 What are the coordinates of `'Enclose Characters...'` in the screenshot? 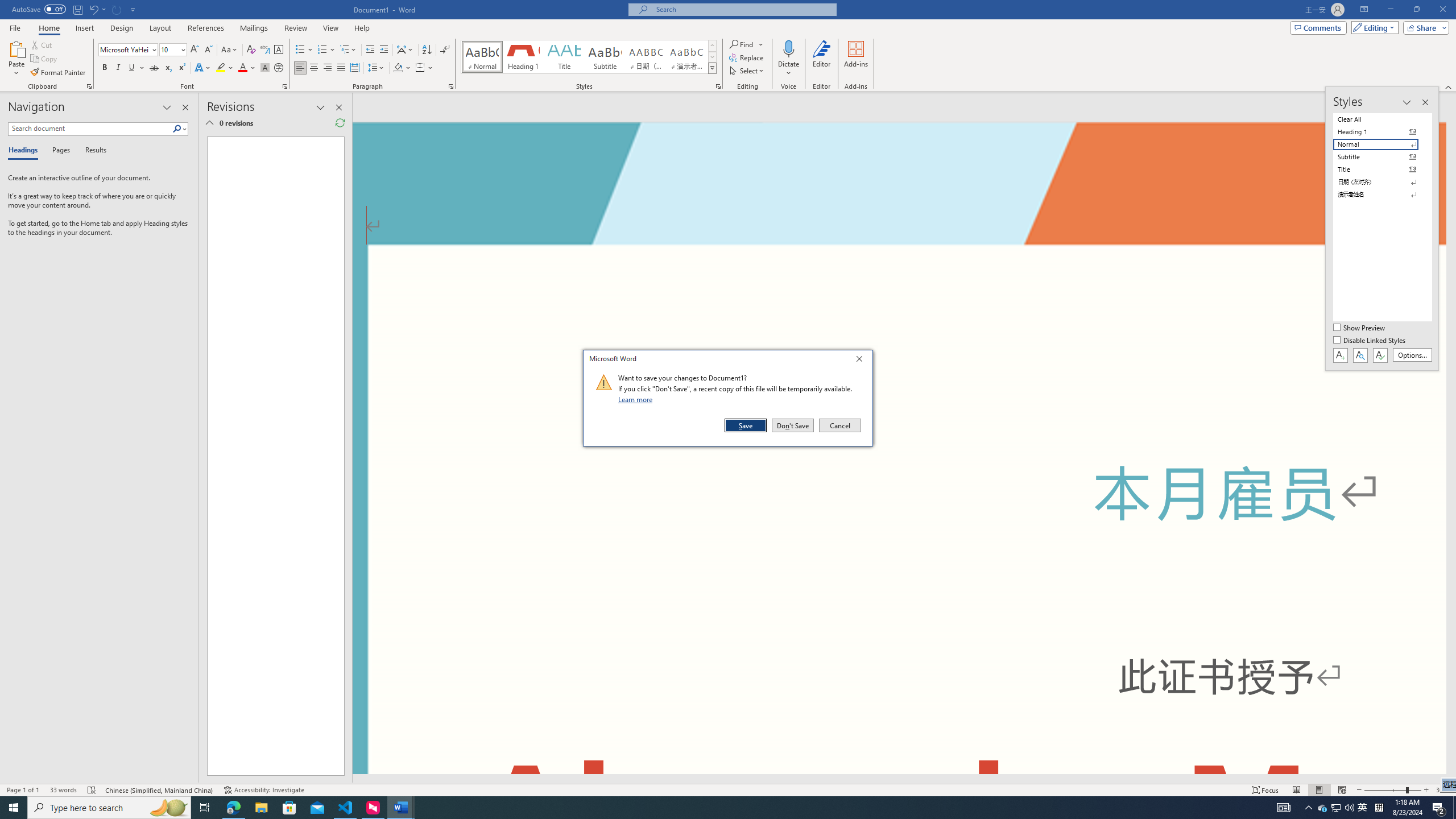 It's located at (278, 67).